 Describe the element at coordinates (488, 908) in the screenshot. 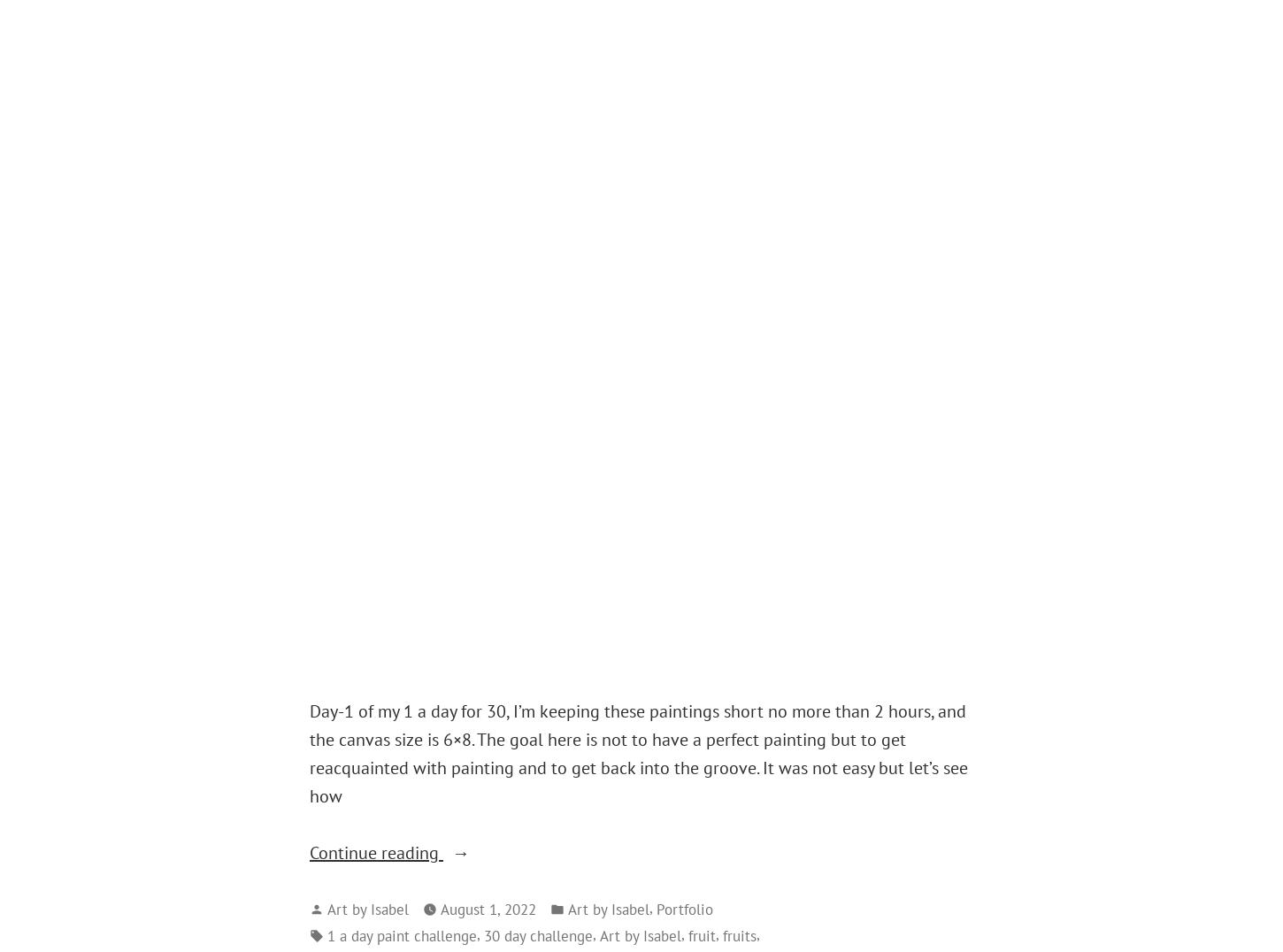

I see `'August 1, 2022'` at that location.